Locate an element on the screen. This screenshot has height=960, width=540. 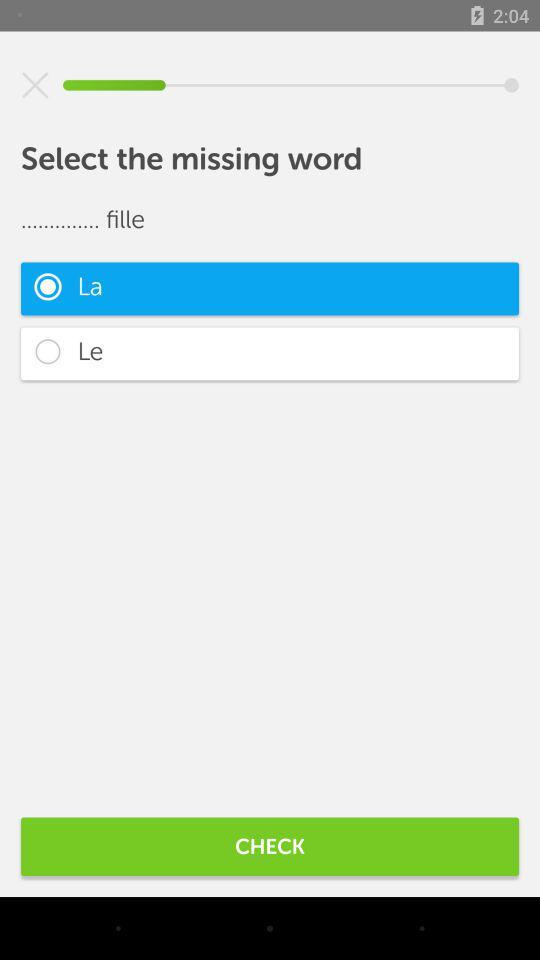
the icon above the select the missing icon is located at coordinates (35, 85).